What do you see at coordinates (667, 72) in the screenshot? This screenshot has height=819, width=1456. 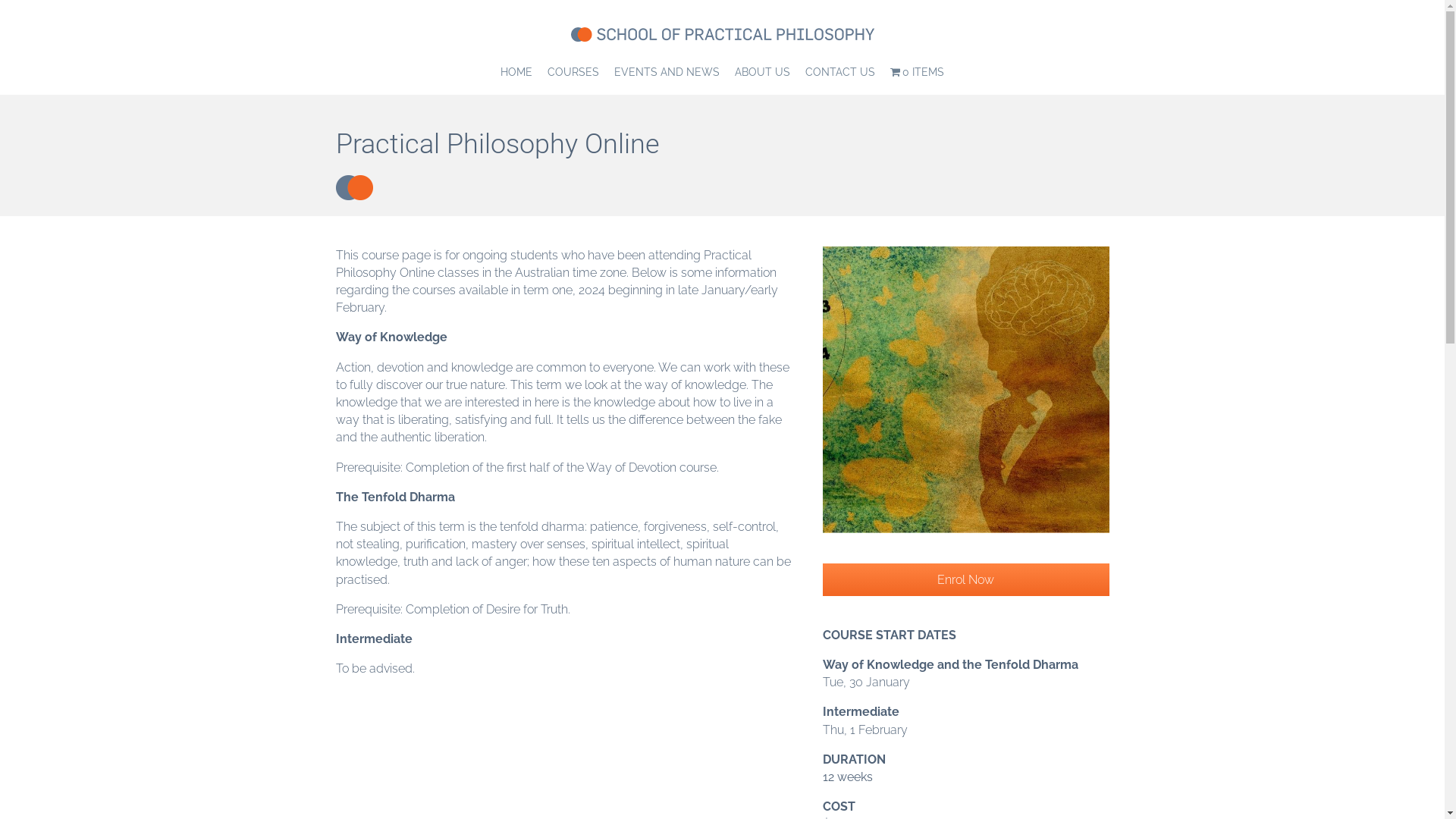 I see `'EVENTS AND NEWS'` at bounding box center [667, 72].